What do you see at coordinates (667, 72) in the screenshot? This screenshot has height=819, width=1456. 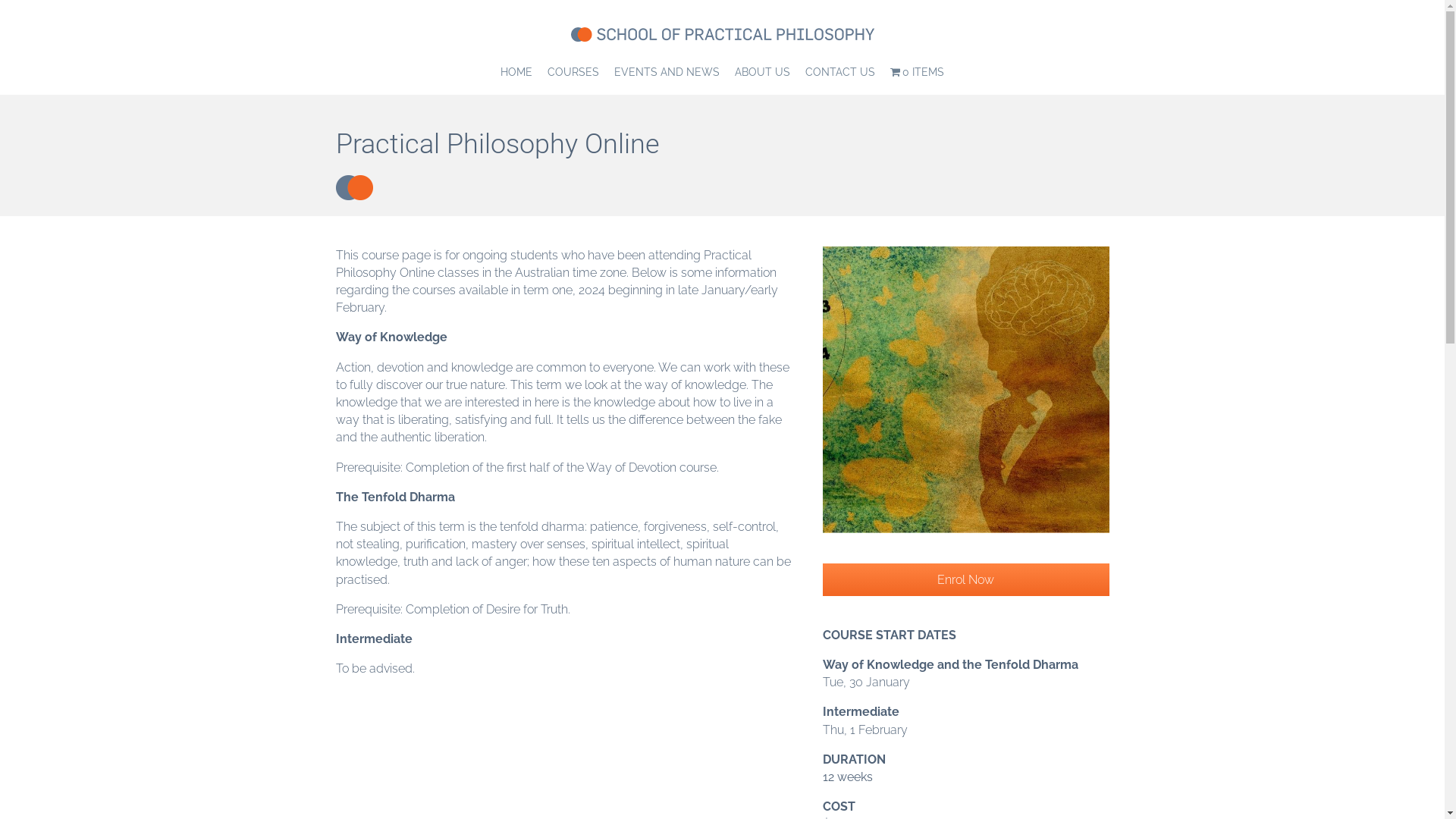 I see `'EVENTS AND NEWS'` at bounding box center [667, 72].